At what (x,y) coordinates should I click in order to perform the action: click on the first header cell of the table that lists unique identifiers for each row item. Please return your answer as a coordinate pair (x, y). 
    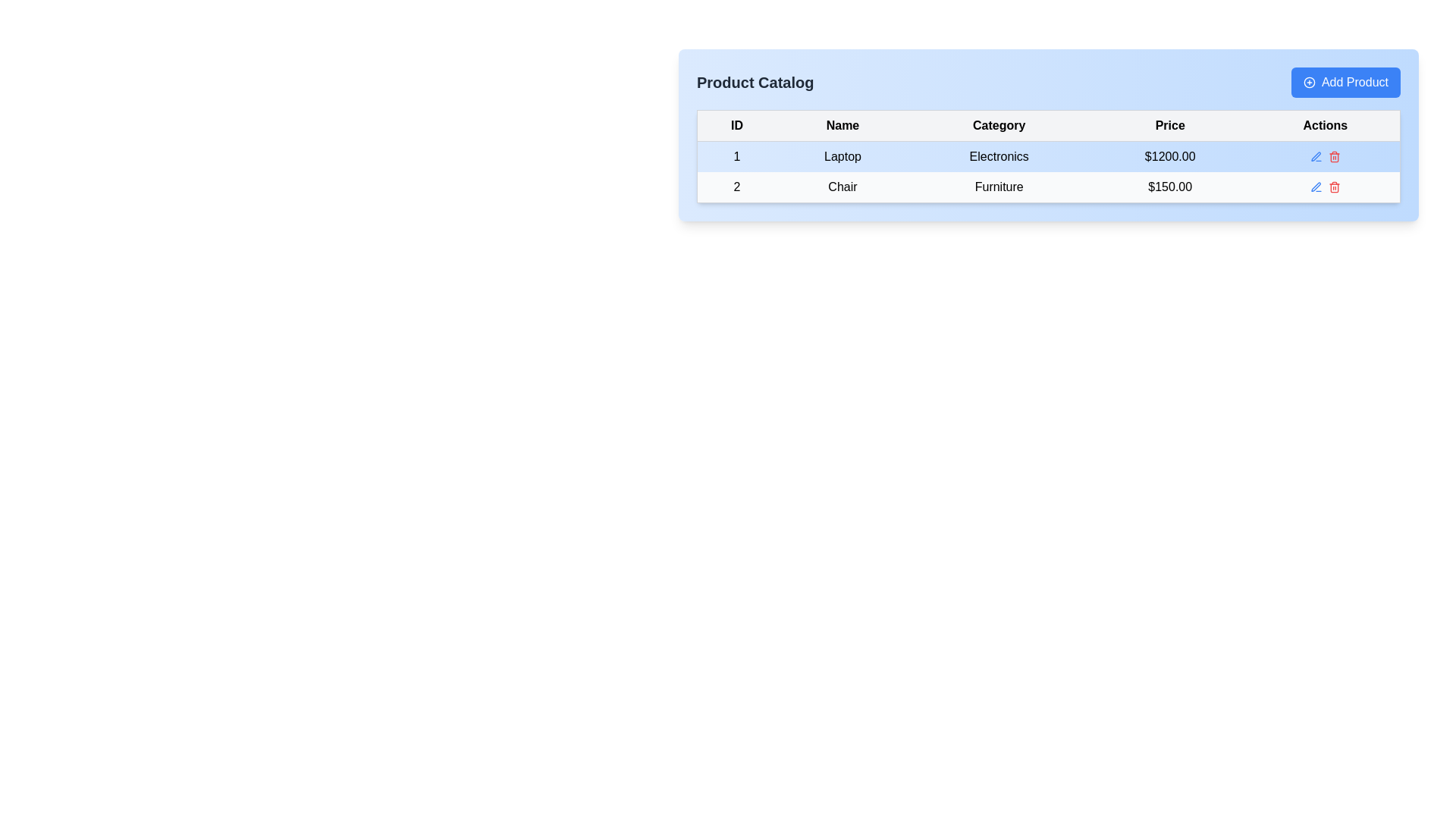
    Looking at the image, I should click on (736, 124).